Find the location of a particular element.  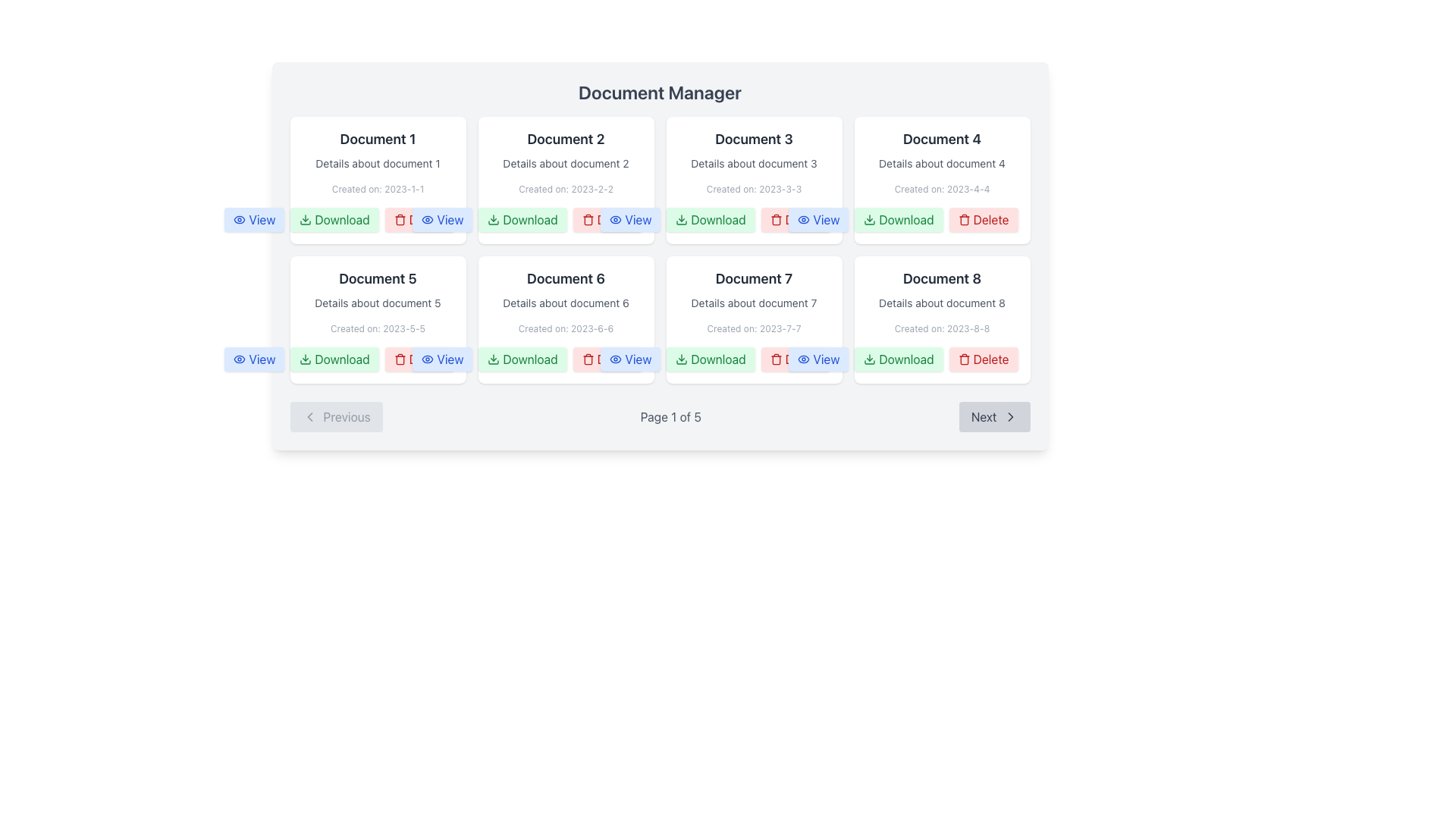

the 'View' button located as the third button in the sequence under the 'Document 3' section in the 'Document Manager' is located at coordinates (441, 219).